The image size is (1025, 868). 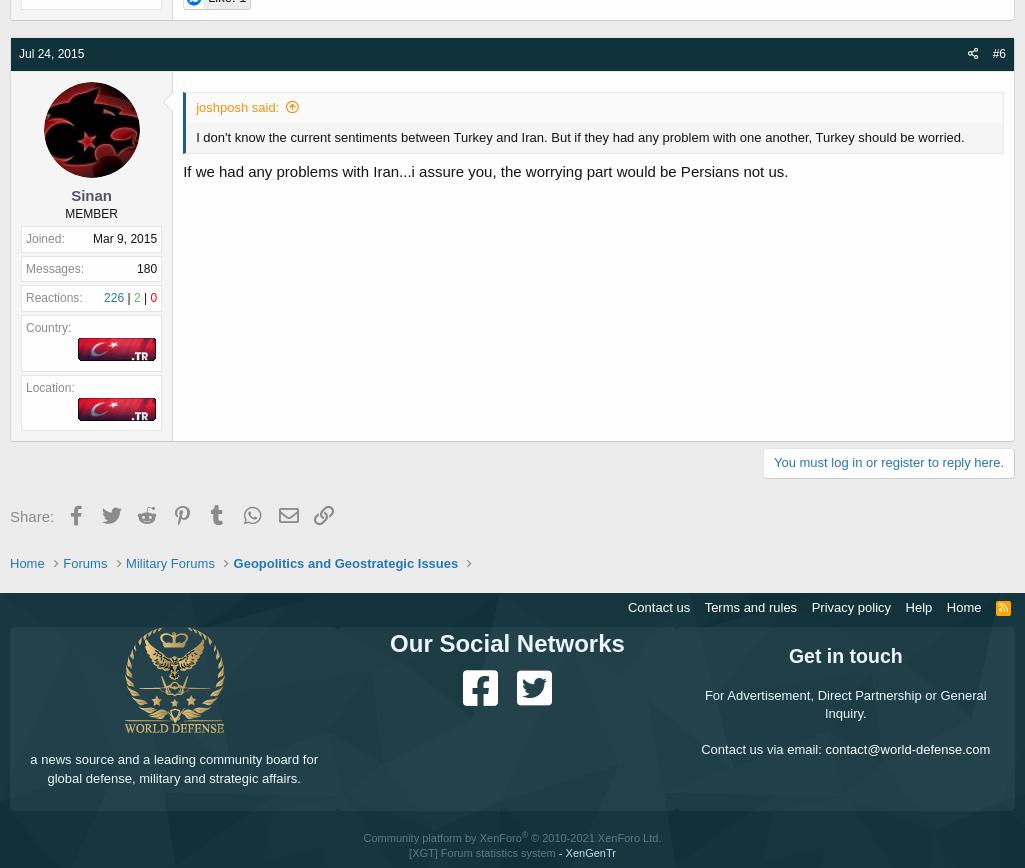 I want to click on '#6', so click(x=997, y=53).